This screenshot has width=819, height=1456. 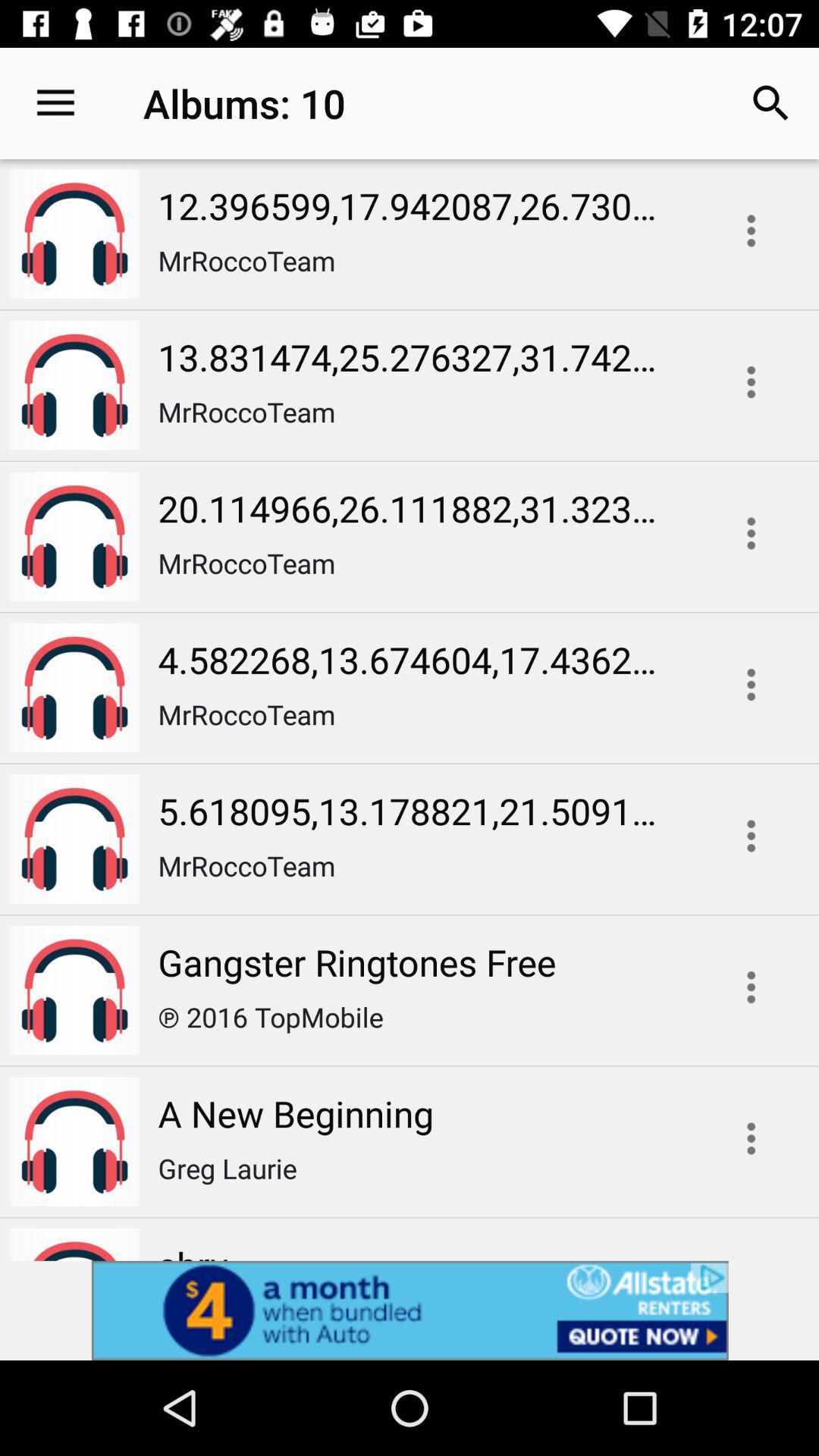 I want to click on important to know, so click(x=751, y=1138).